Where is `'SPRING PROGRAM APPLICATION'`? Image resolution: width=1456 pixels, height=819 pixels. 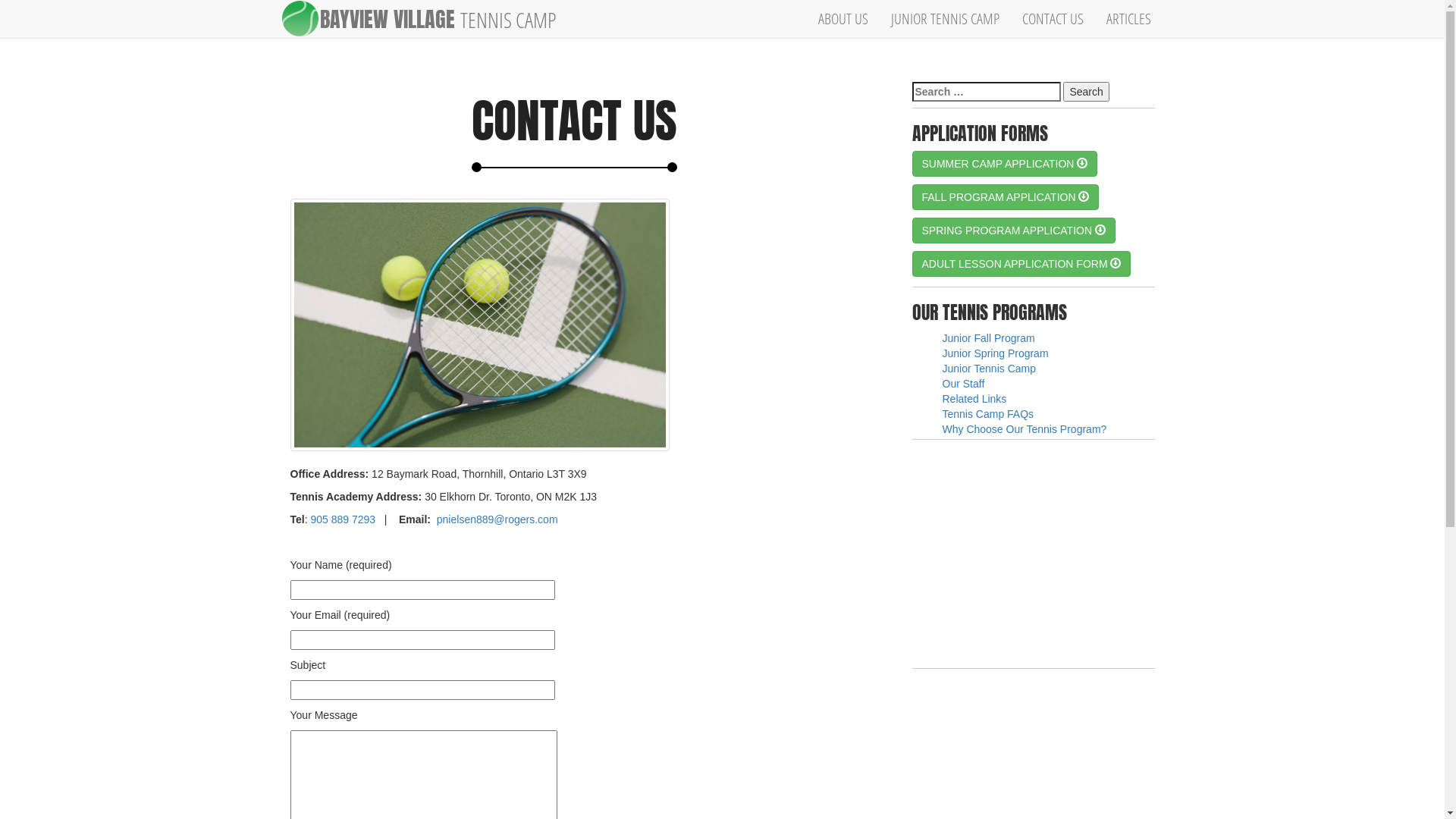 'SPRING PROGRAM APPLICATION' is located at coordinates (1012, 231).